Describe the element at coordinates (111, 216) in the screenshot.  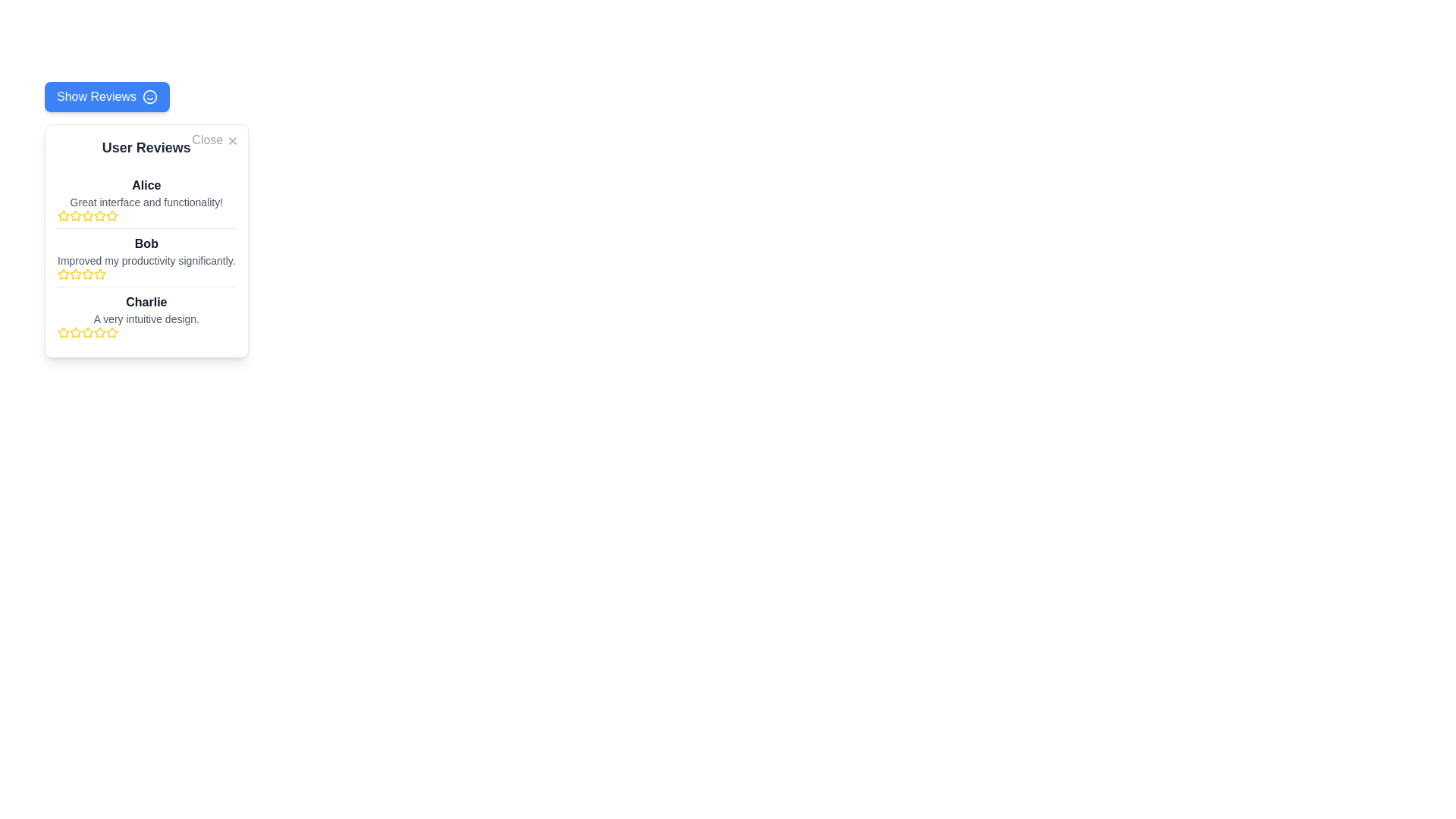
I see `the fifth yellow star icon in the rating bar under the review titled 'Alice' in the 'User Reviews' section` at that location.